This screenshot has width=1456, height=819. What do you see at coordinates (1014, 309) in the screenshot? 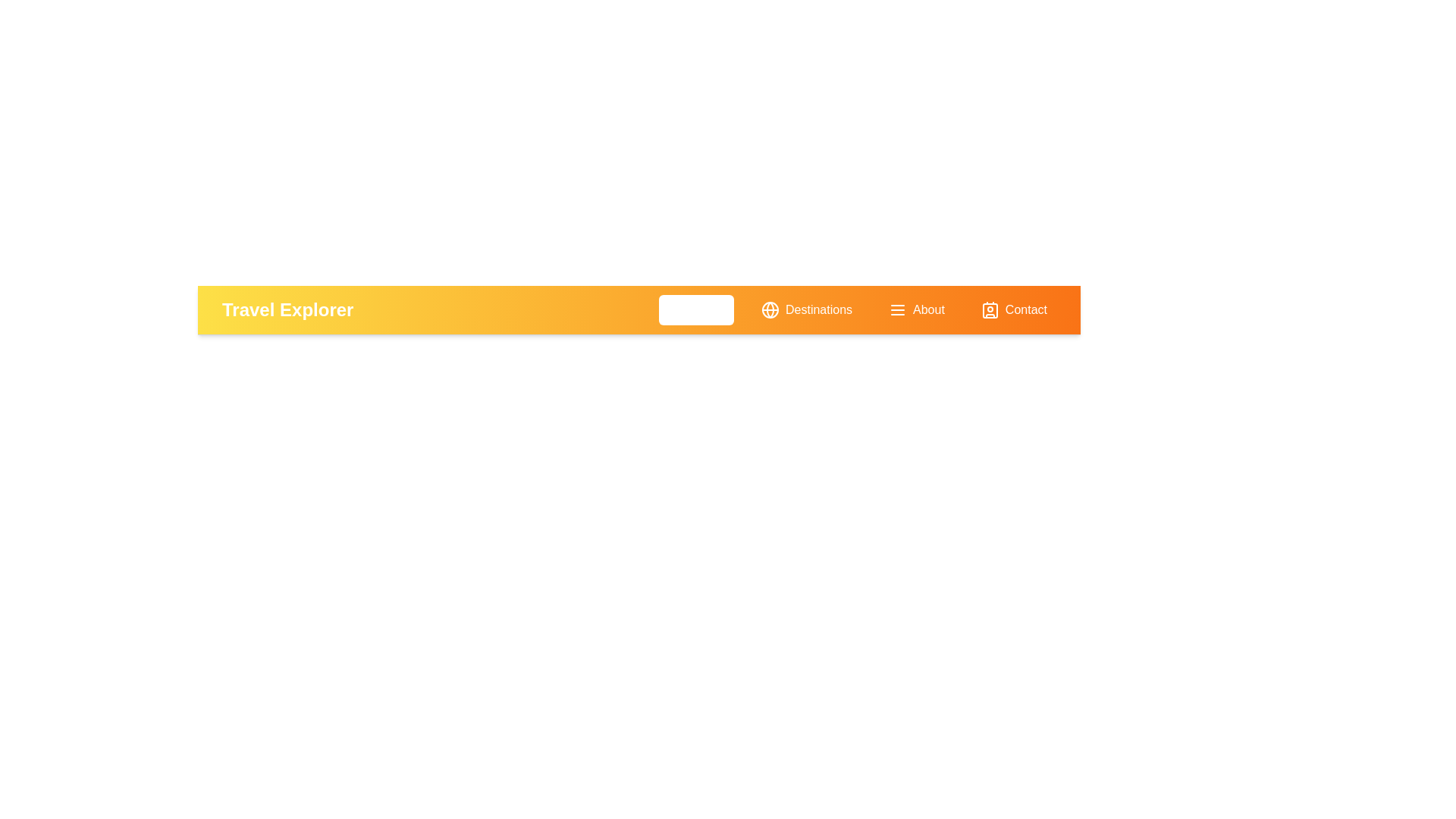
I see `the 'Contact' button, which is the rightmost item in the navigation menu with an orange background and white text` at bounding box center [1014, 309].